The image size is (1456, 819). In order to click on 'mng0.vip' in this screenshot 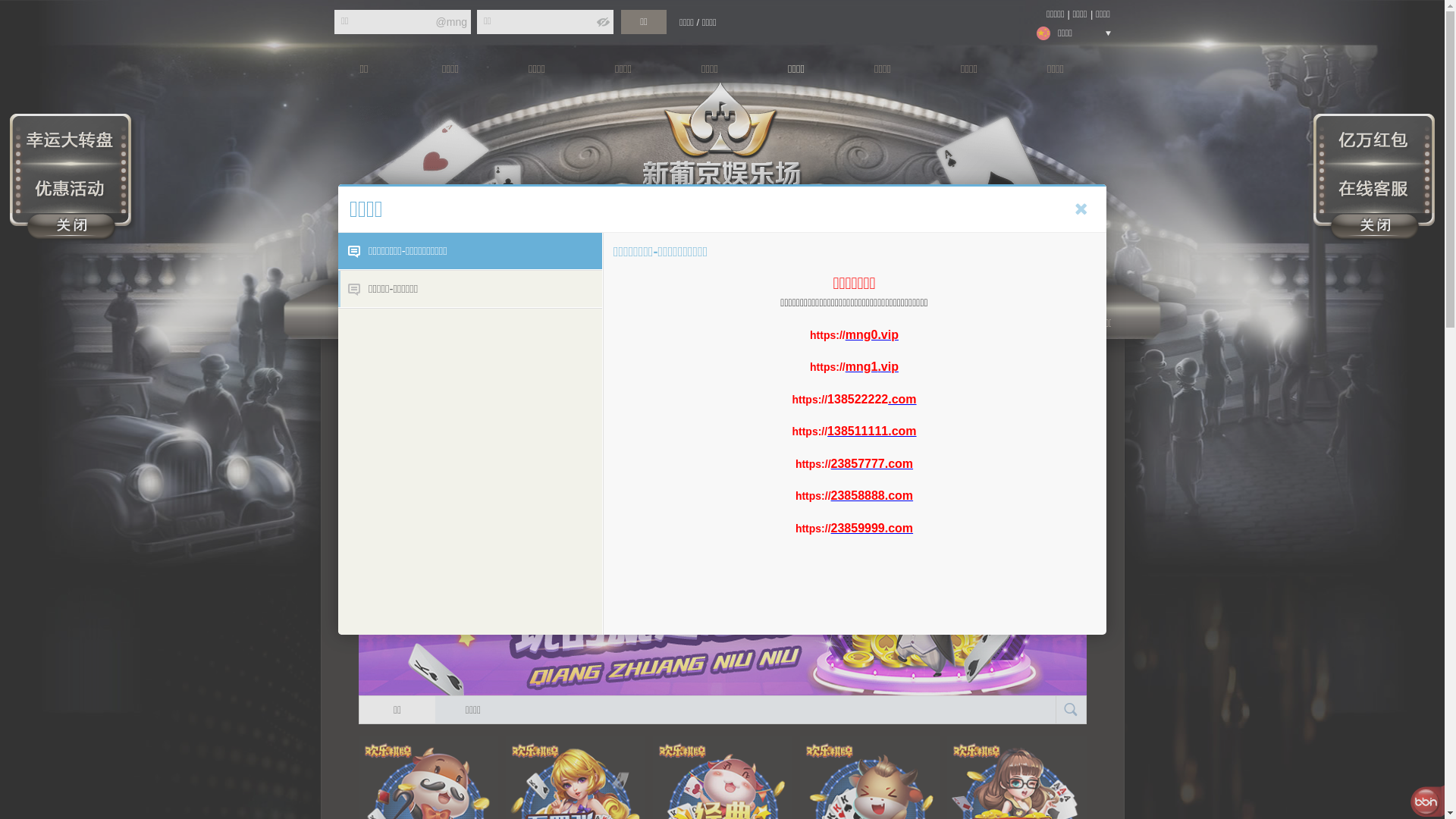, I will do `click(872, 333)`.